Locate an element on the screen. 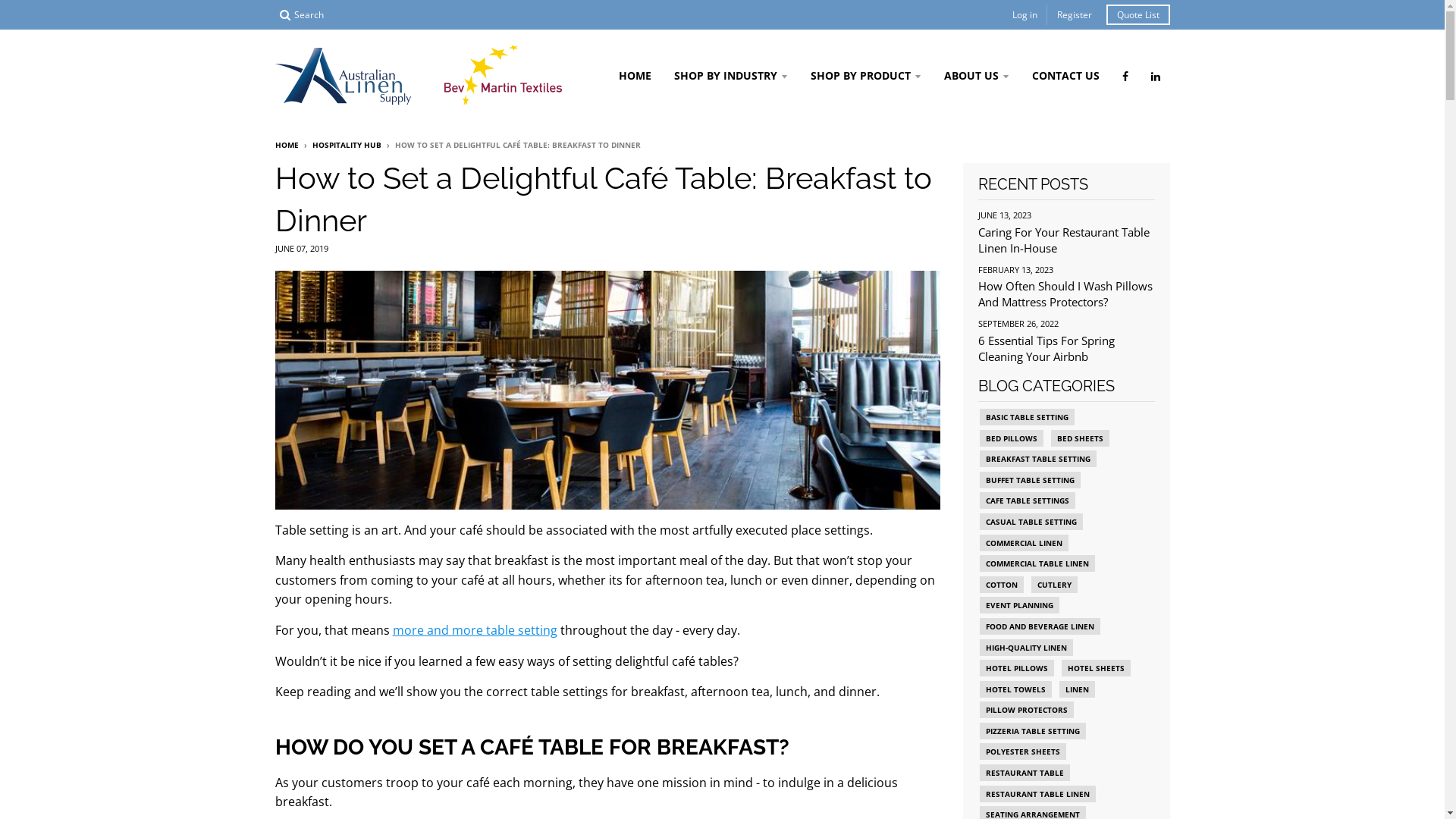 The image size is (1456, 819). 'BREAKFAST TABLE SETTING' is located at coordinates (984, 458).